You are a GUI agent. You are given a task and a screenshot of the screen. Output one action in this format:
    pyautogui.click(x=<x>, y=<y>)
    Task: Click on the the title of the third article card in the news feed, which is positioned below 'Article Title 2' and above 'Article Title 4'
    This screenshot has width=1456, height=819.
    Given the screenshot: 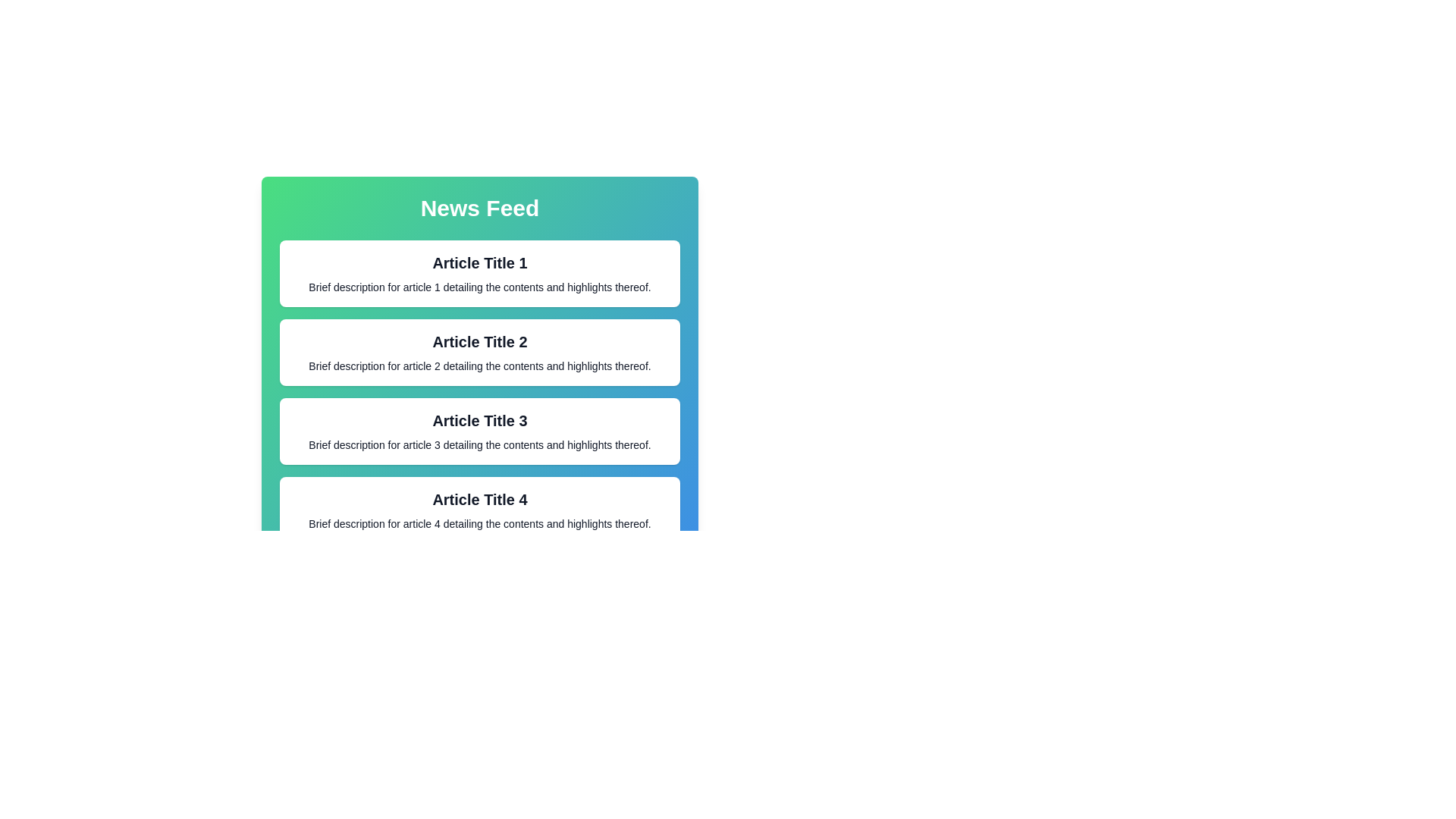 What is the action you would take?
    pyautogui.click(x=479, y=421)
    